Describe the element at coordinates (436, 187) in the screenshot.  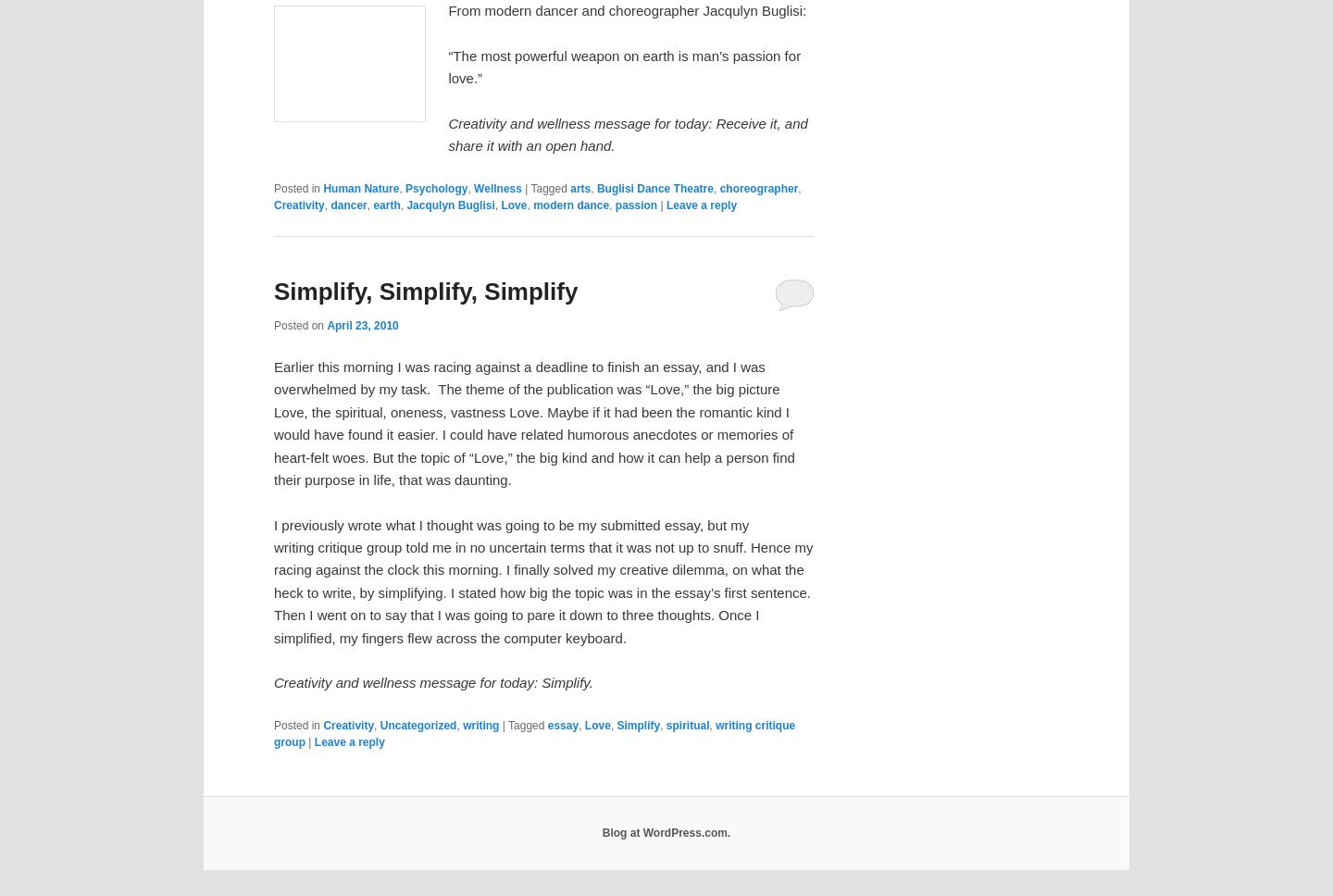
I see `'Psychology'` at that location.